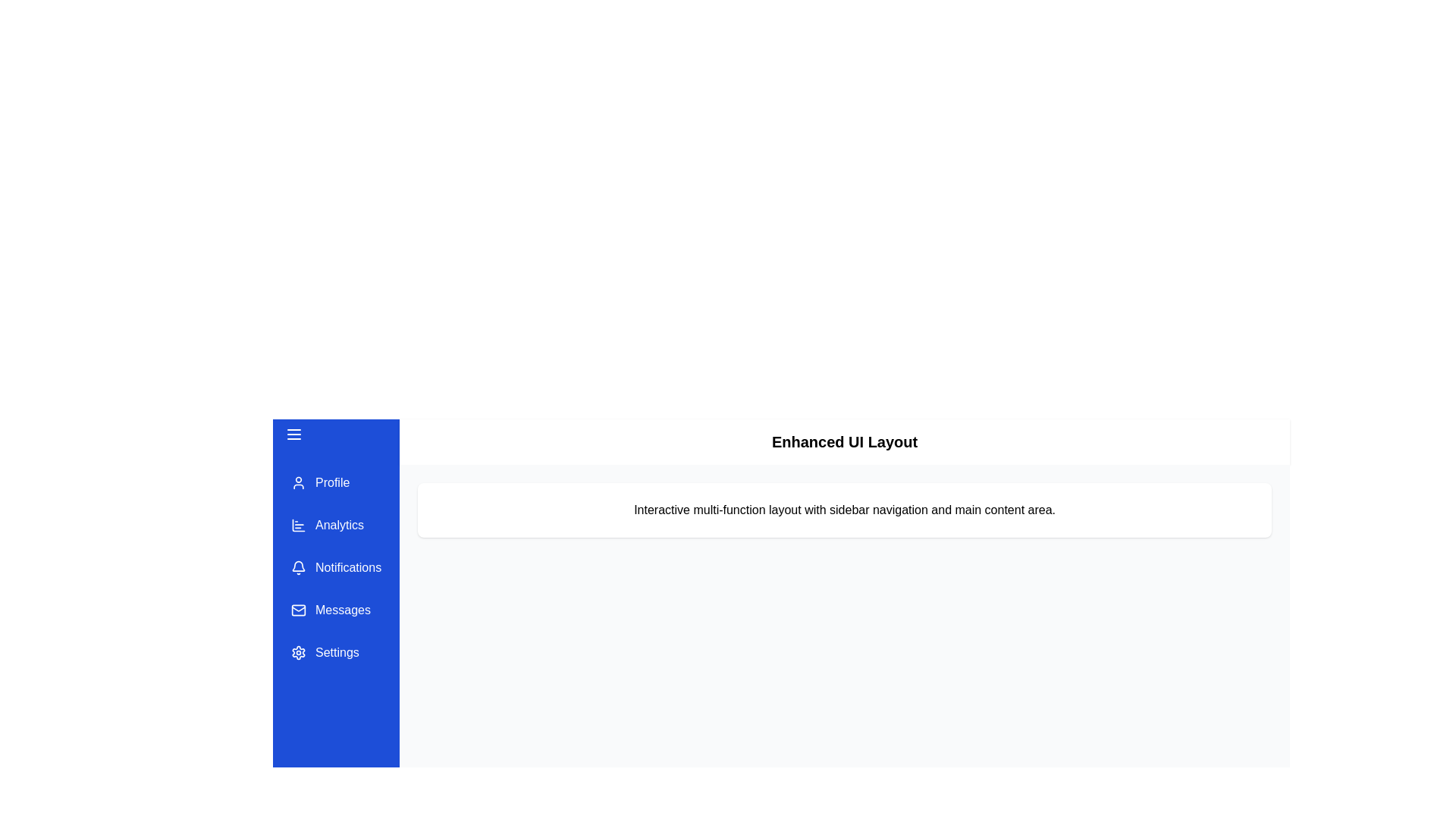 The height and width of the screenshot is (819, 1456). Describe the element at coordinates (336, 651) in the screenshot. I see `the 'Settings' text label in the bottom part of the vertical navigation menu` at that location.